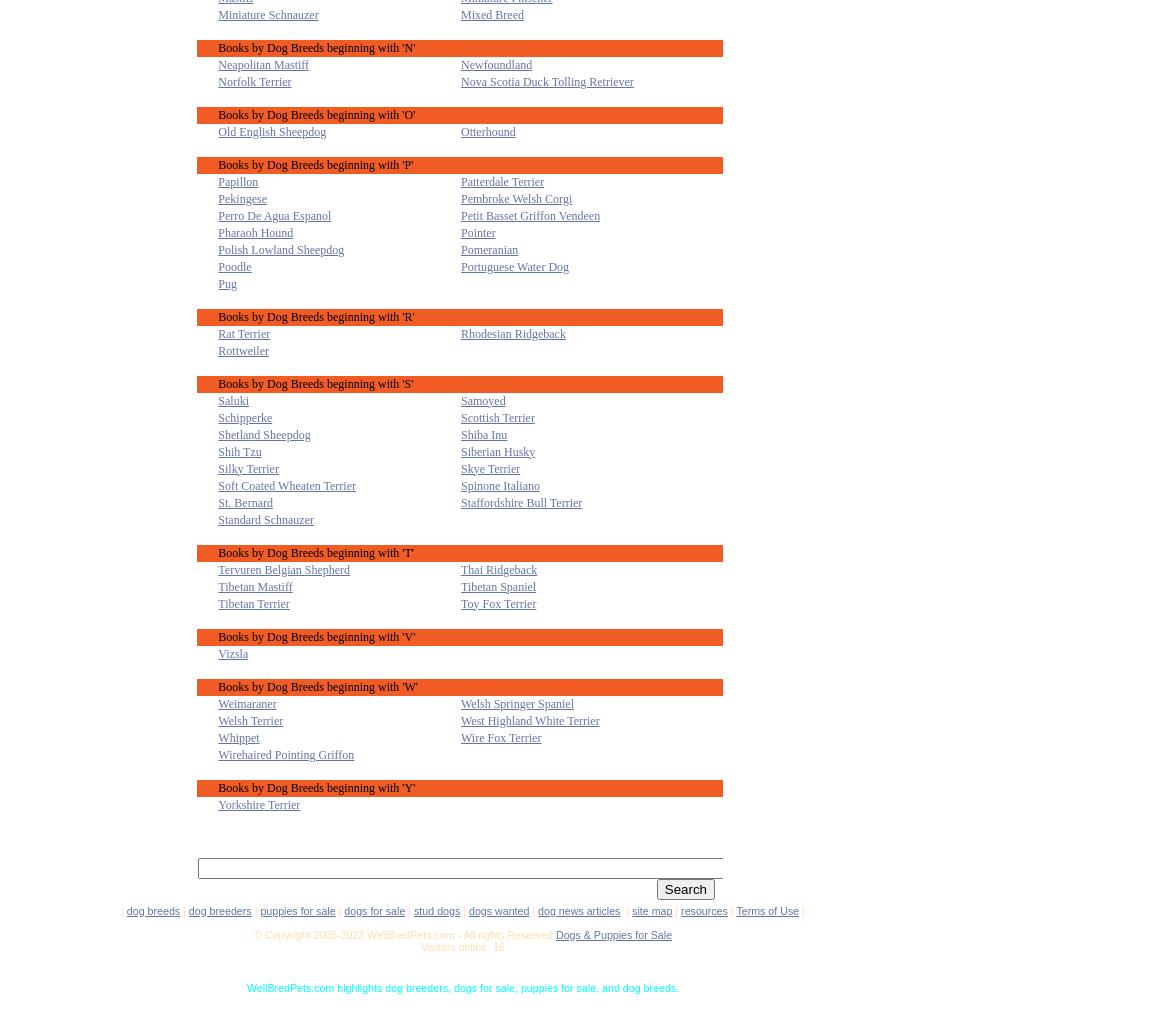 This screenshot has width=1150, height=1012. I want to click on 'stud dogs', so click(437, 909).